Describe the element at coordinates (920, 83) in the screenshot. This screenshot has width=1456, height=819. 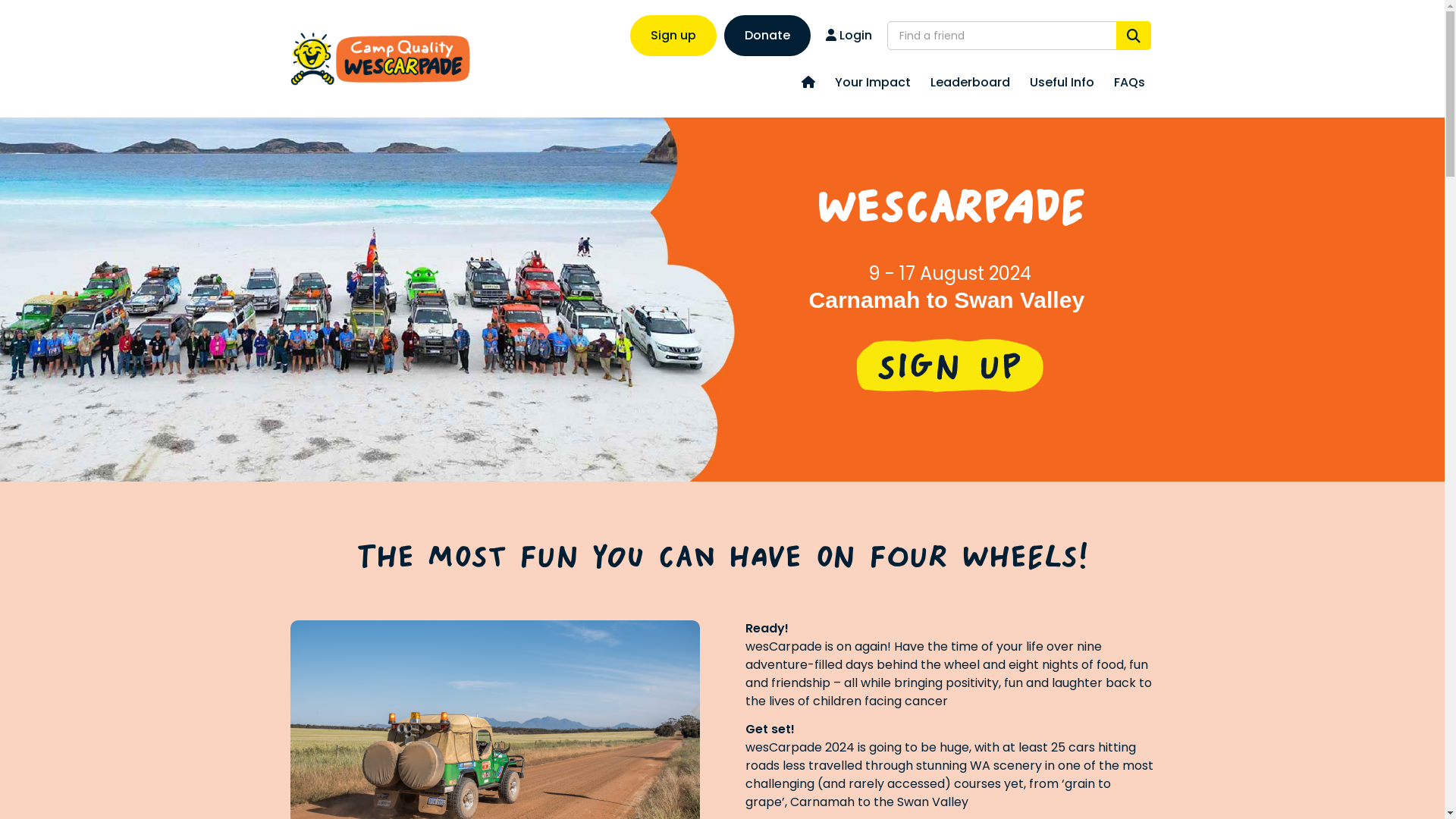
I see `'Leaderboard'` at that location.